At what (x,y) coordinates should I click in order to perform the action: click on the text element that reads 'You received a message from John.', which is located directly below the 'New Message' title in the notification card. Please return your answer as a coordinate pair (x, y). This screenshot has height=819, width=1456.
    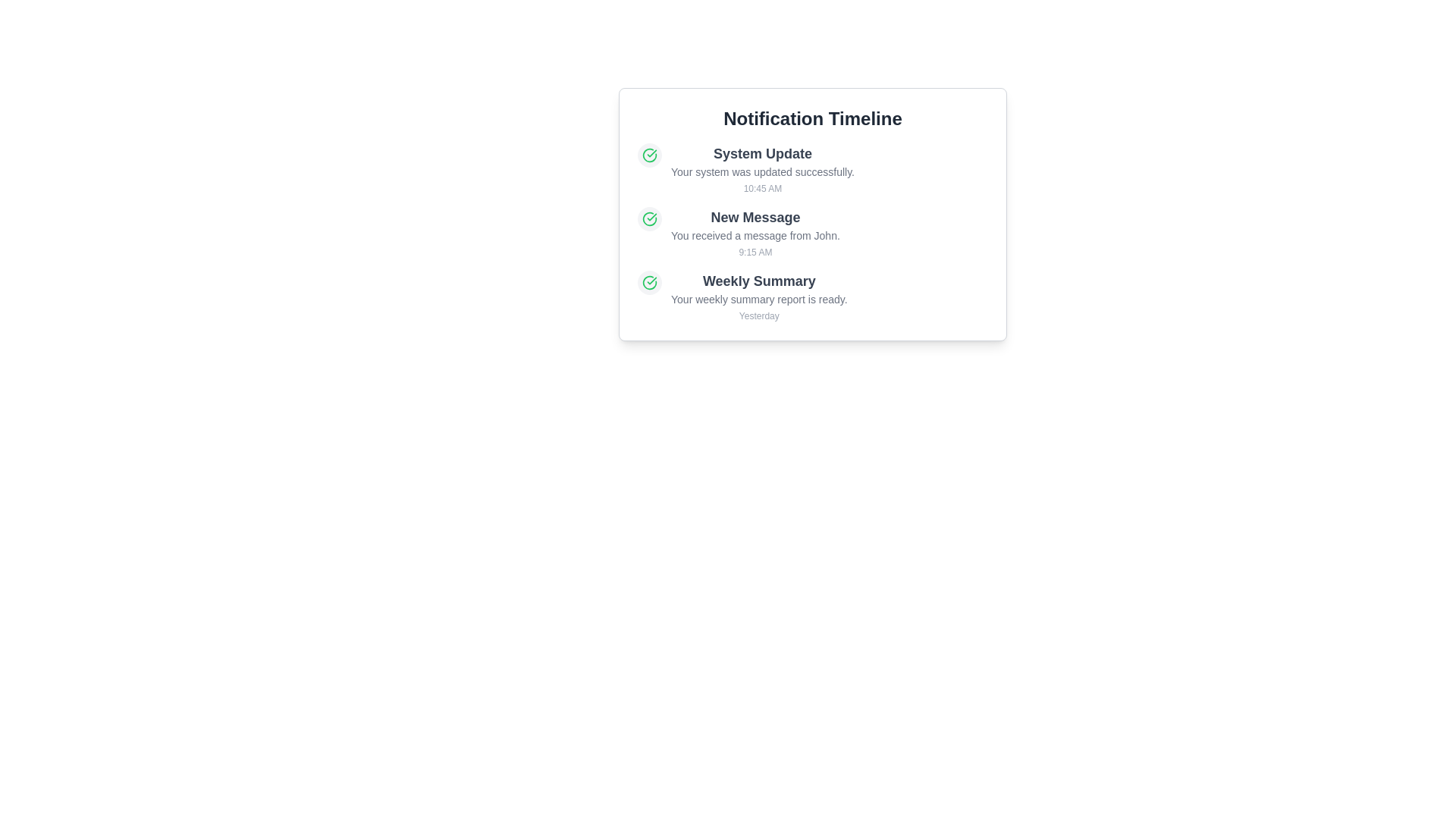
    Looking at the image, I should click on (755, 236).